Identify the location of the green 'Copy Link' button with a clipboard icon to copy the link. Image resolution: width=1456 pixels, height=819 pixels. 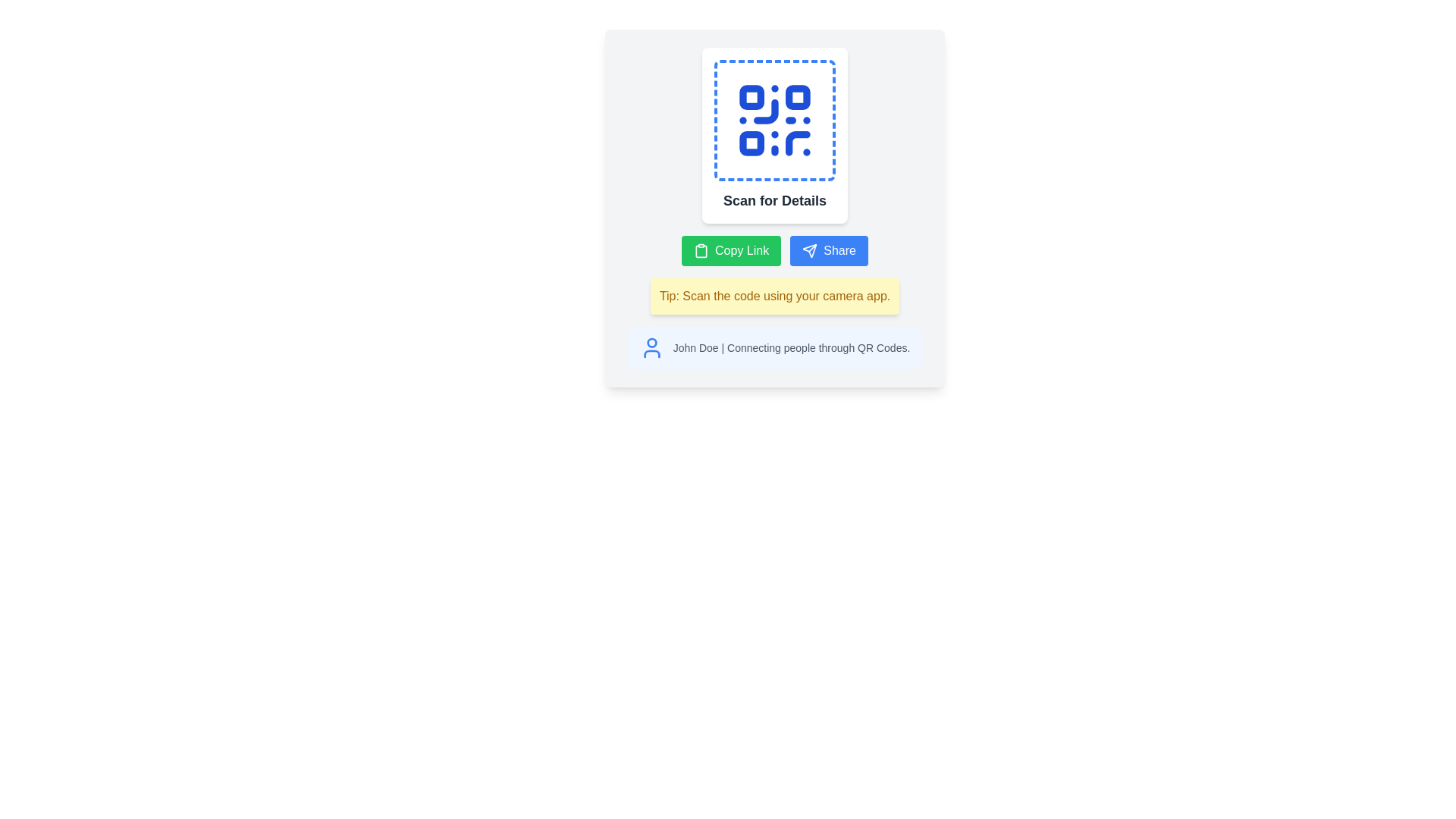
(731, 250).